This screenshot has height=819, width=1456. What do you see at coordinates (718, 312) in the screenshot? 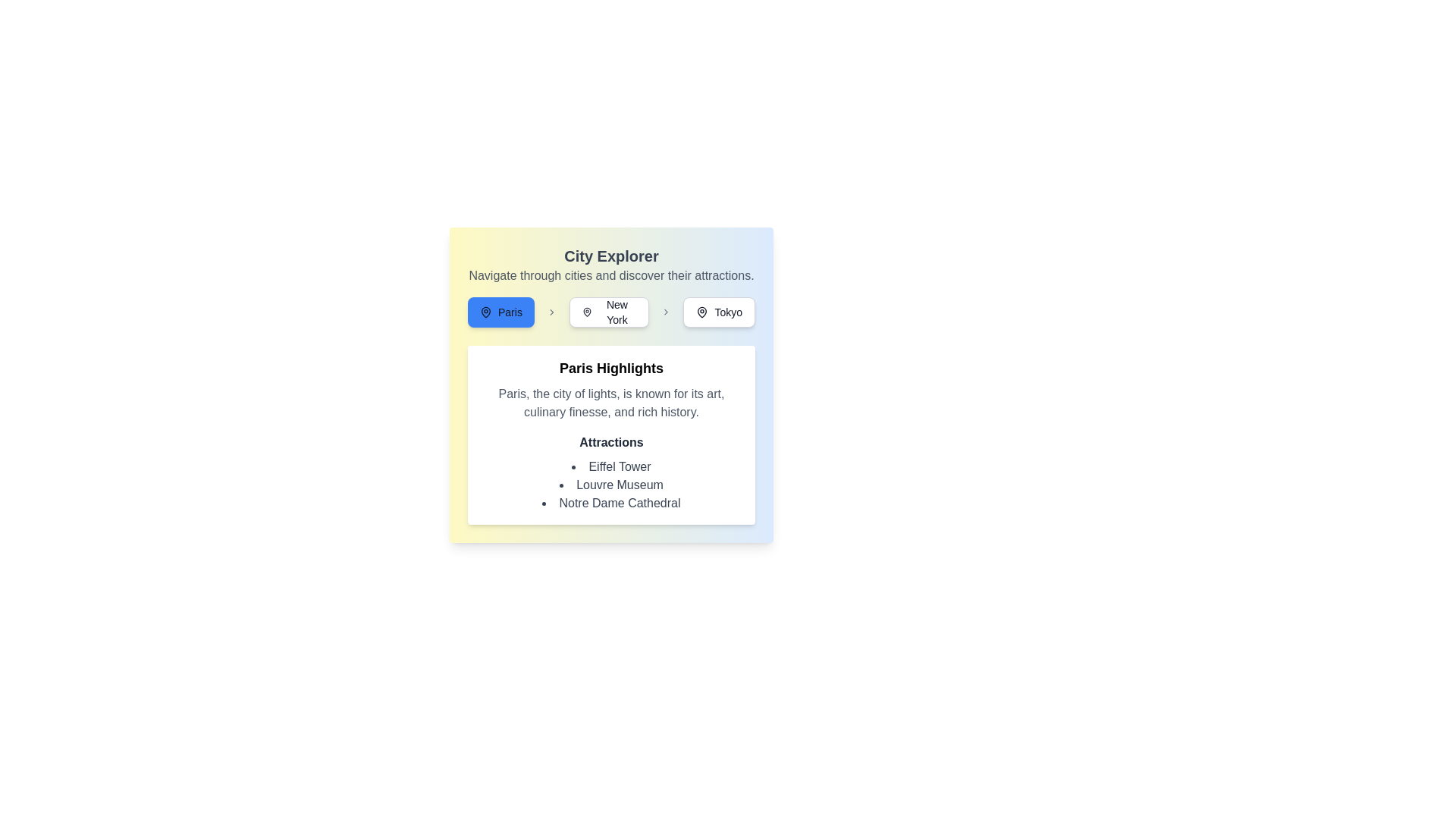
I see `the 'Tokyo' button, which is a rectangular button with rounded corners, a white background, and a small map pin icon on the left` at bounding box center [718, 312].